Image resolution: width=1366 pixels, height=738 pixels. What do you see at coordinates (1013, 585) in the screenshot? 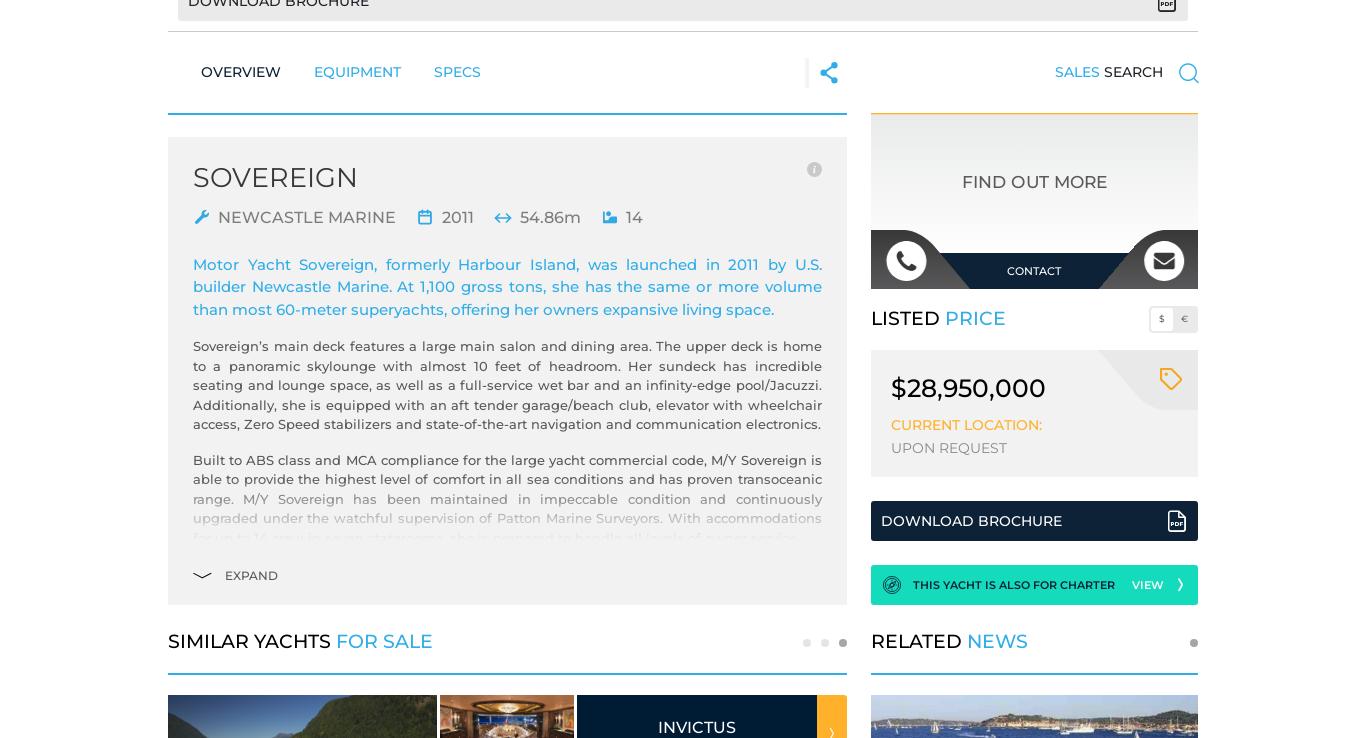
I see `'This yacht is also for charter'` at bounding box center [1013, 585].